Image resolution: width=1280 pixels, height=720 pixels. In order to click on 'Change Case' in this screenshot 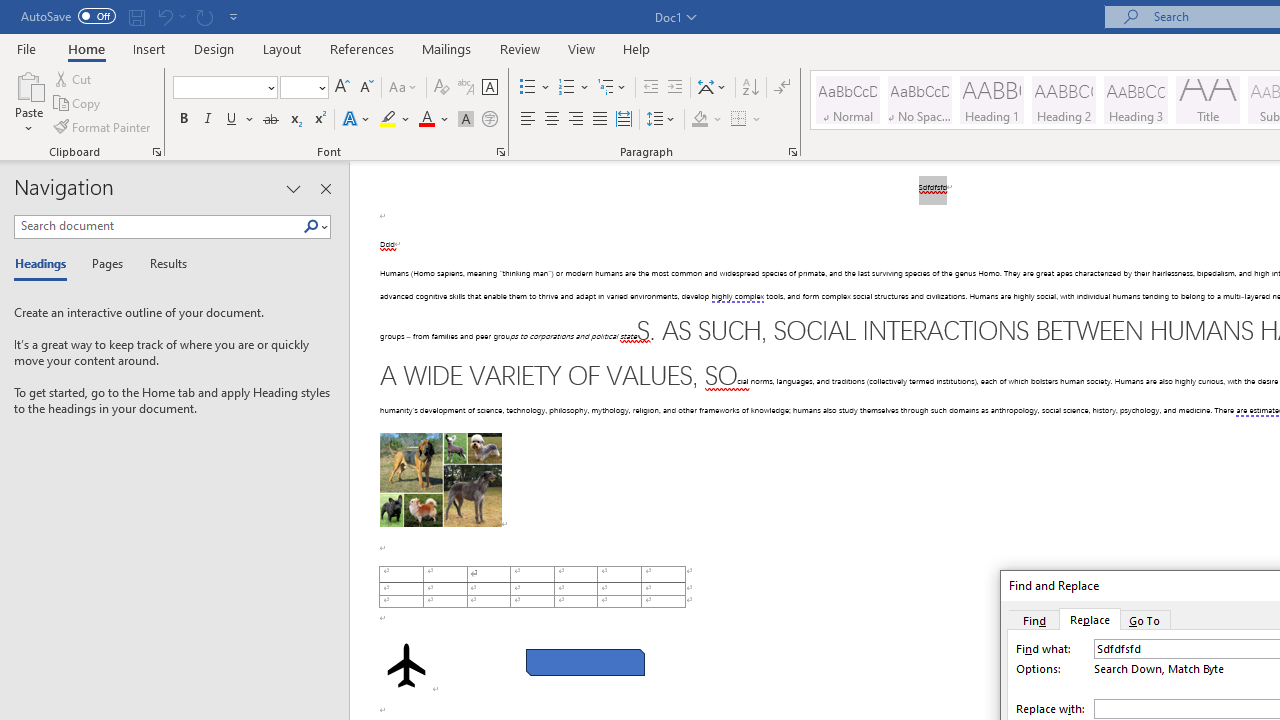, I will do `click(403, 86)`.